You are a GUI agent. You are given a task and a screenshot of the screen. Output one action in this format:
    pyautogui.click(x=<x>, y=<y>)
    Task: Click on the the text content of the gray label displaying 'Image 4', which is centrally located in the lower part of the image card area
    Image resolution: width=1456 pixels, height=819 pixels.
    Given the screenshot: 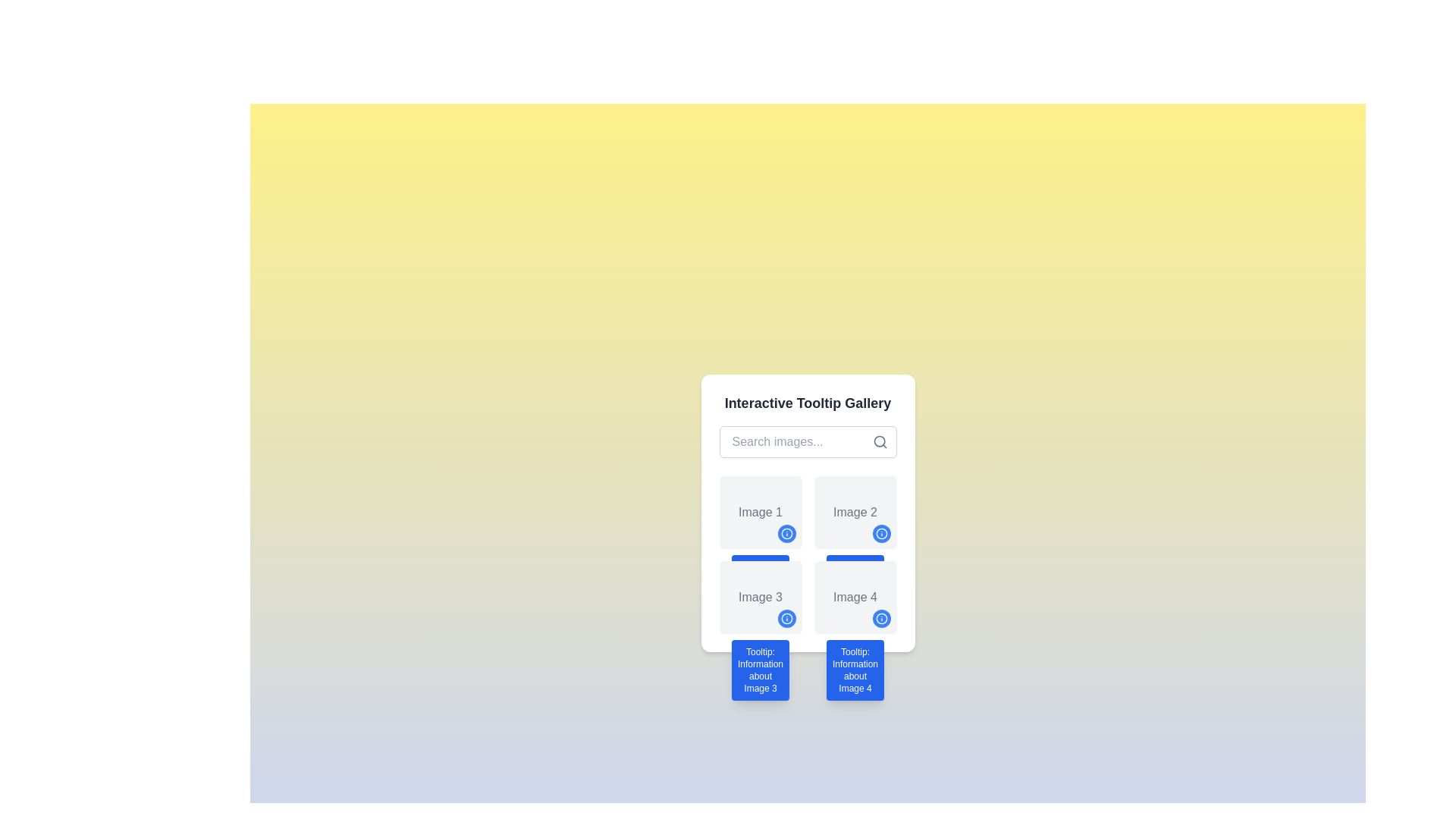 What is the action you would take?
    pyautogui.click(x=855, y=596)
    